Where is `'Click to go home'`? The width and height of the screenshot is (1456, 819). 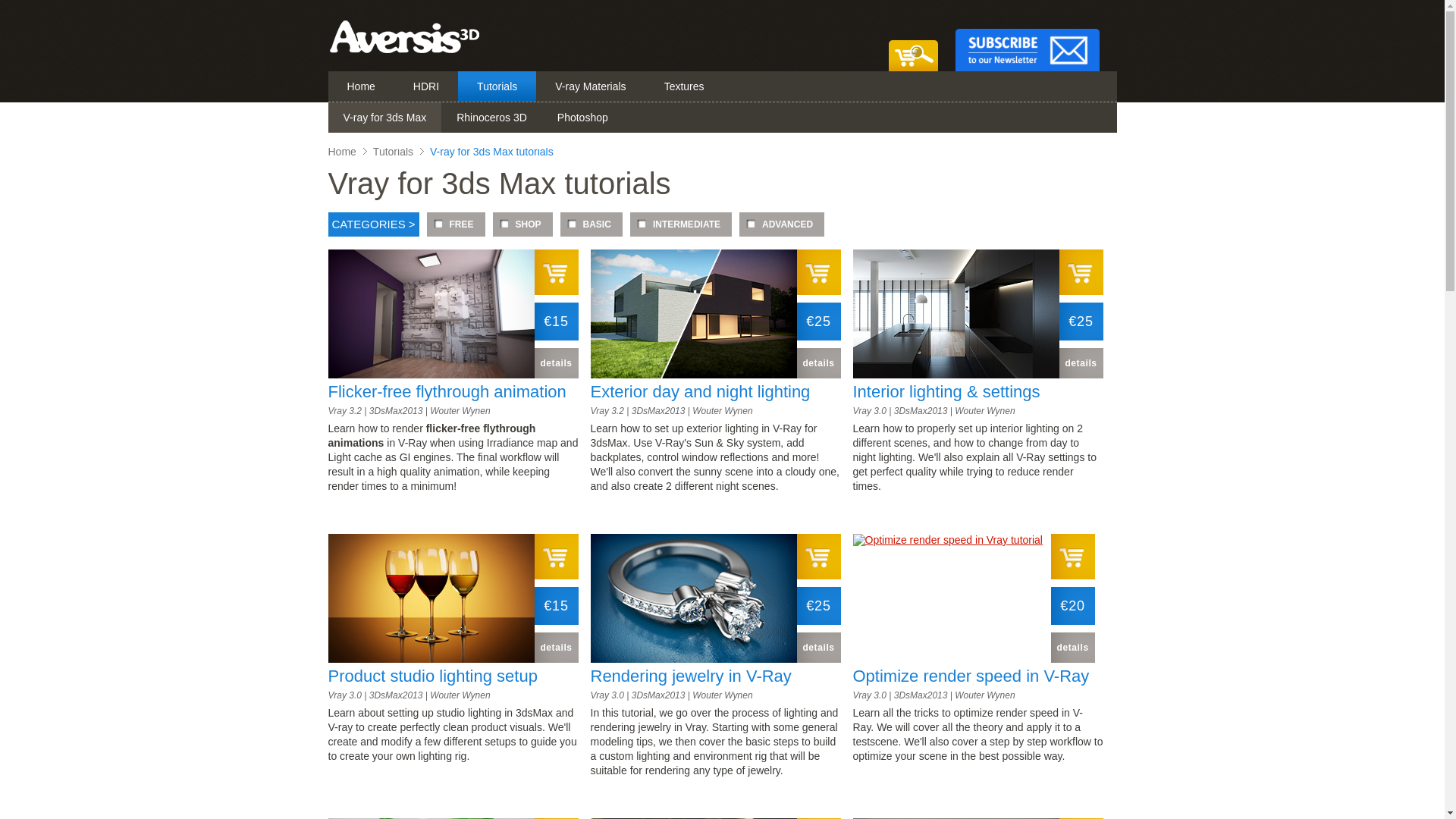
'Click to go home' is located at coordinates (327, 52).